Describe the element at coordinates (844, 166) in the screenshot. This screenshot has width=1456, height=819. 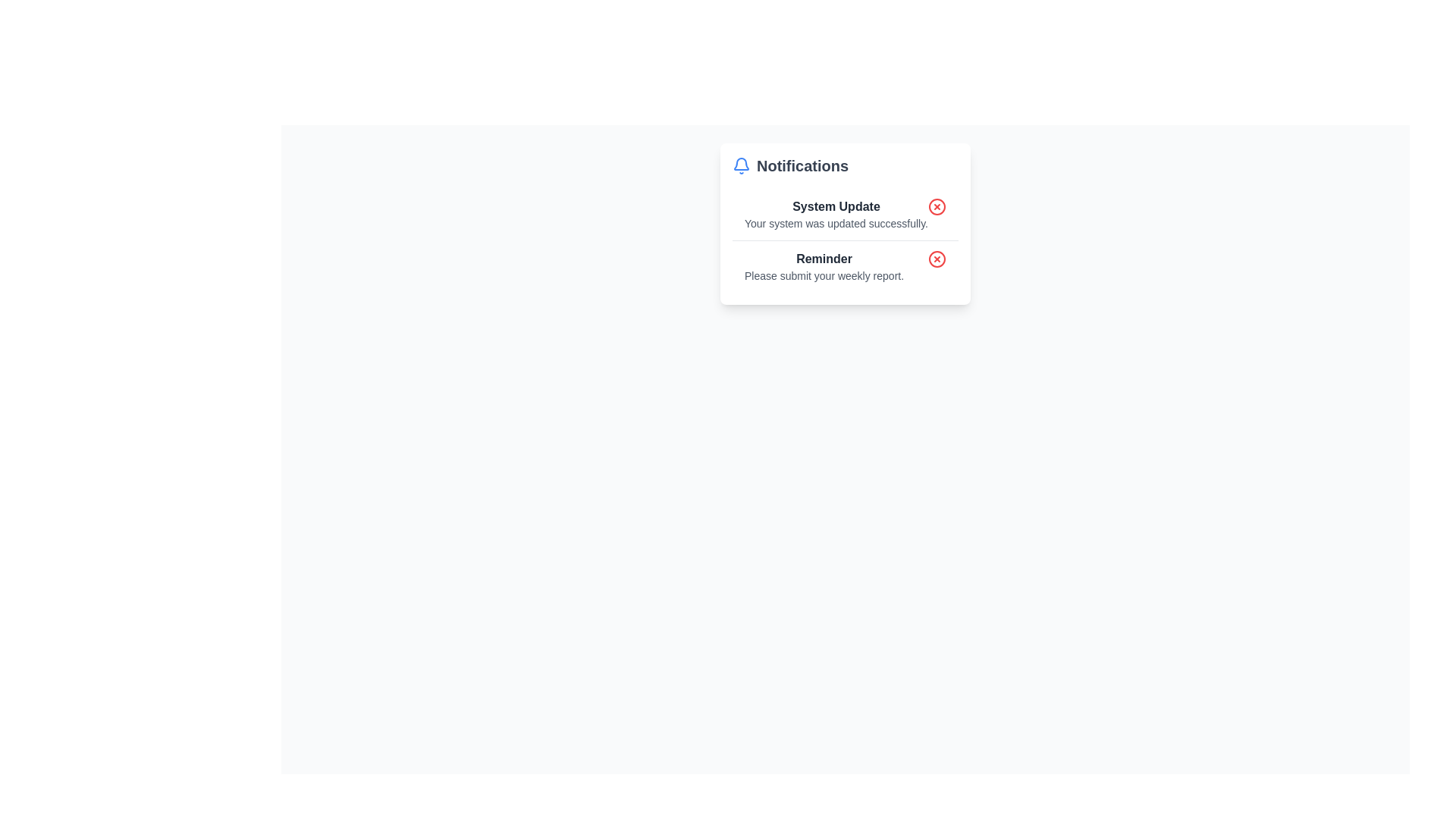
I see `the header section displaying 'Notifications', which includes a blue outlined bell icon and is visually separated from the components below it` at that location.